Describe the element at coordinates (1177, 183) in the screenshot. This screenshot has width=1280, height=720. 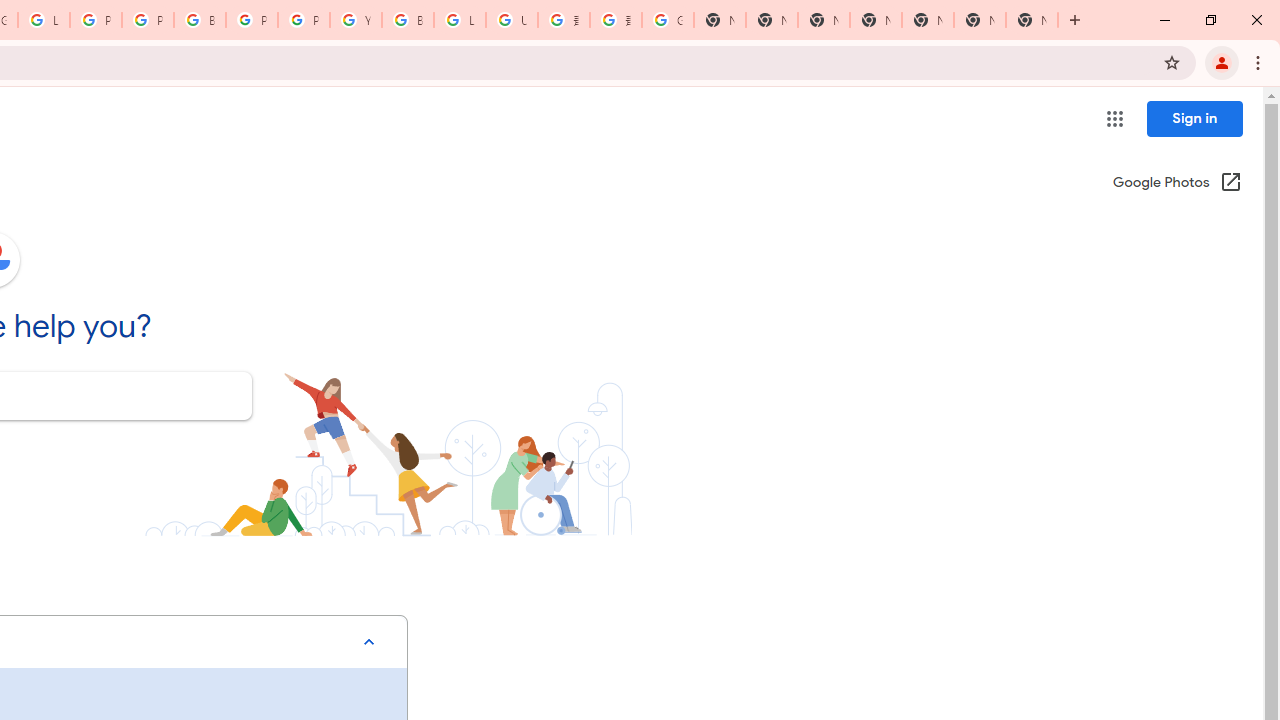
I see `'Google Photos (Open in a new window)'` at that location.